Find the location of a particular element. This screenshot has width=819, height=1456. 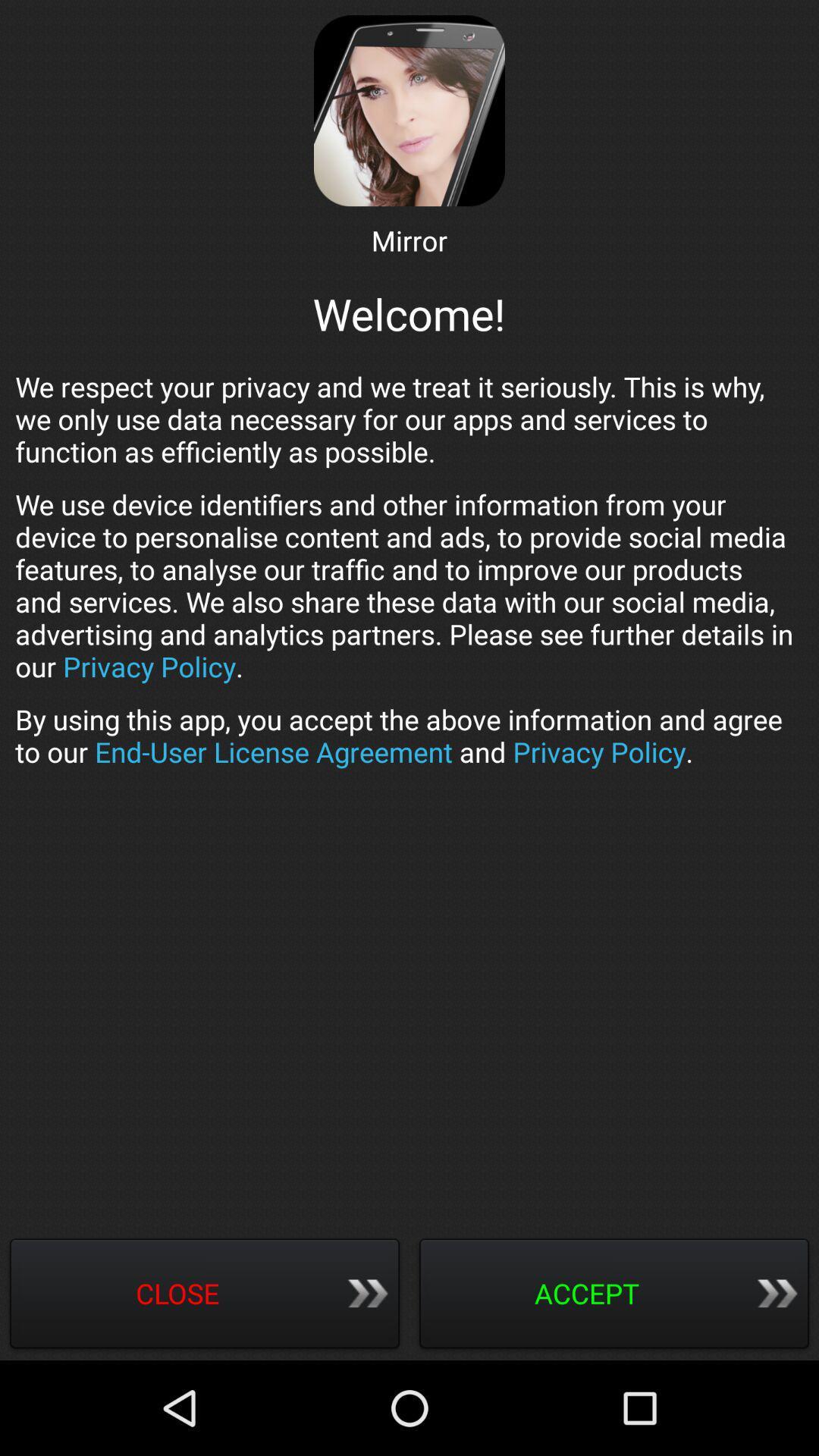

item next to the accept icon is located at coordinates (205, 1294).